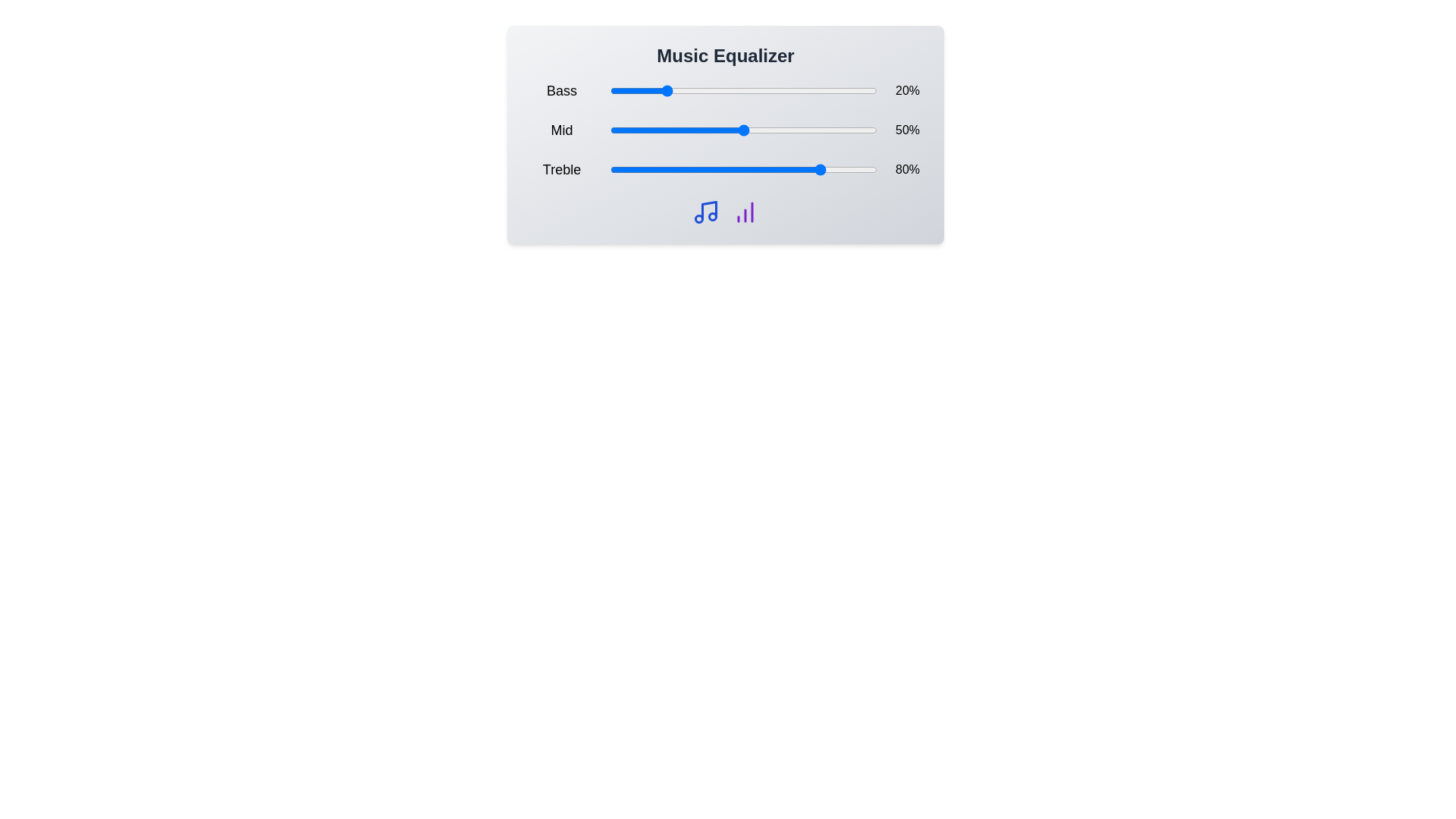 This screenshot has height=819, width=1456. I want to click on the bar chart icon to interact with the chart-related feature, so click(745, 212).